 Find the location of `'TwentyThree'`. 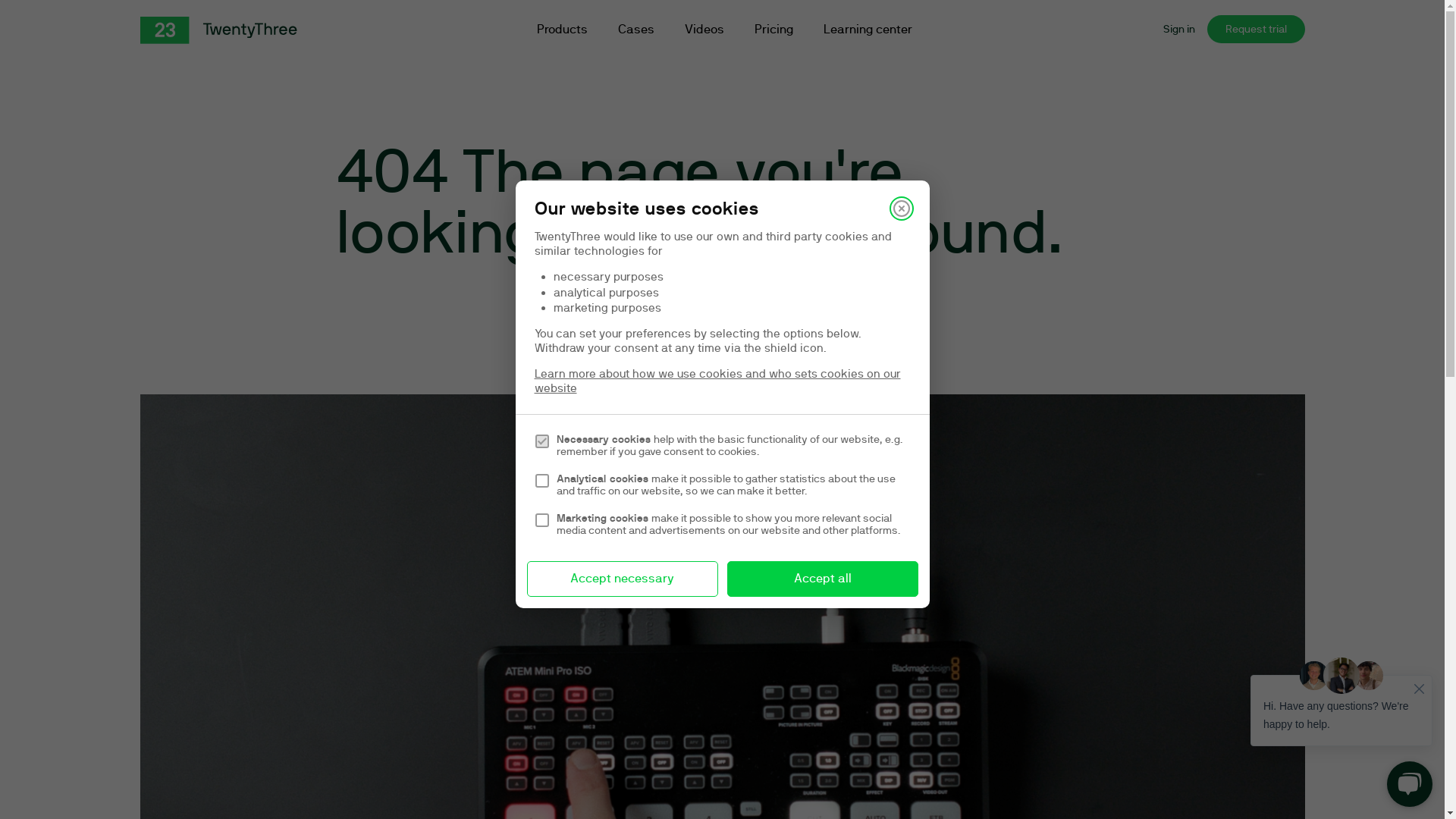

'TwentyThree' is located at coordinates (139, 30).